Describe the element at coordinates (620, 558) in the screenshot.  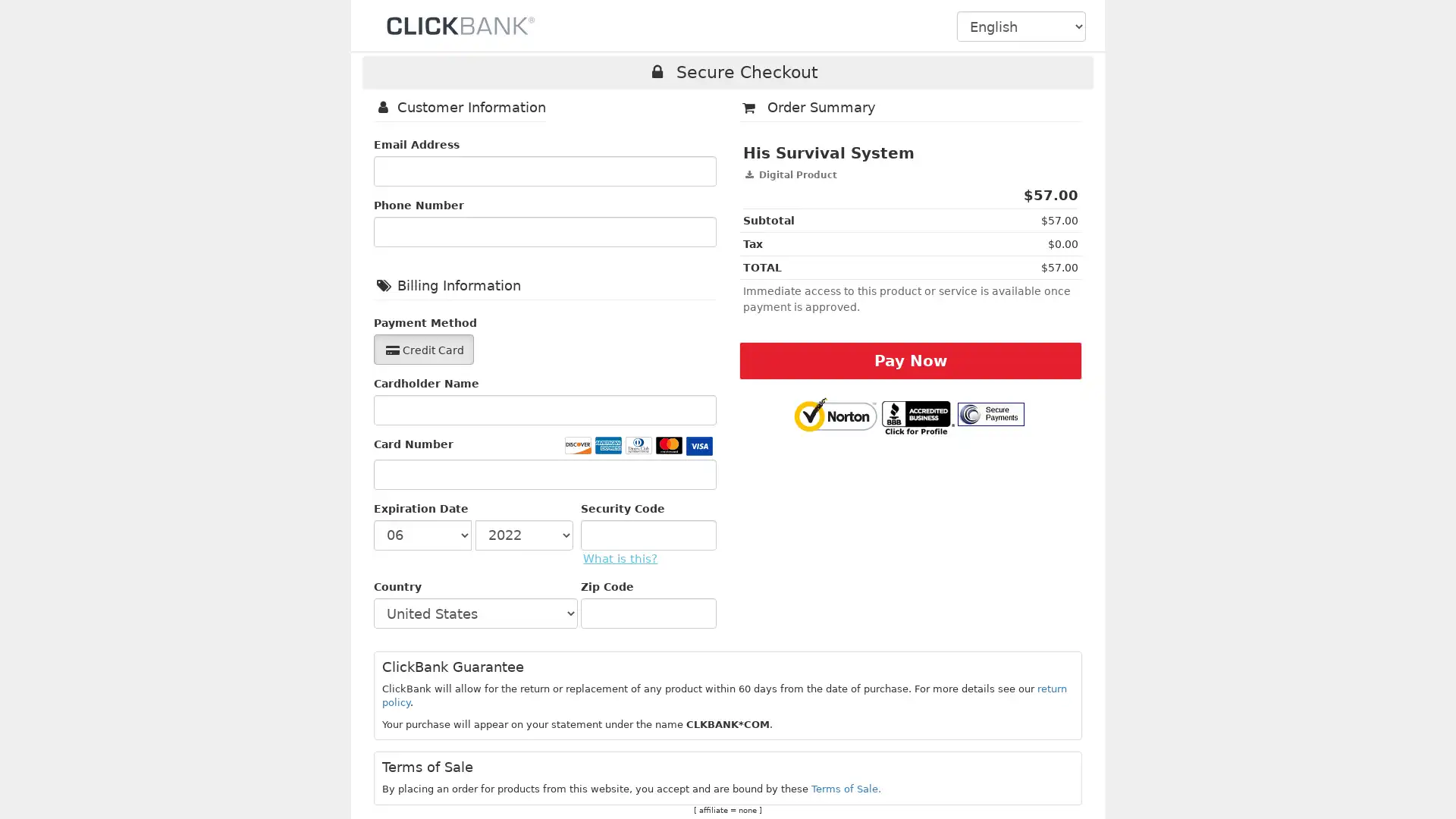
I see `What is this?` at that location.